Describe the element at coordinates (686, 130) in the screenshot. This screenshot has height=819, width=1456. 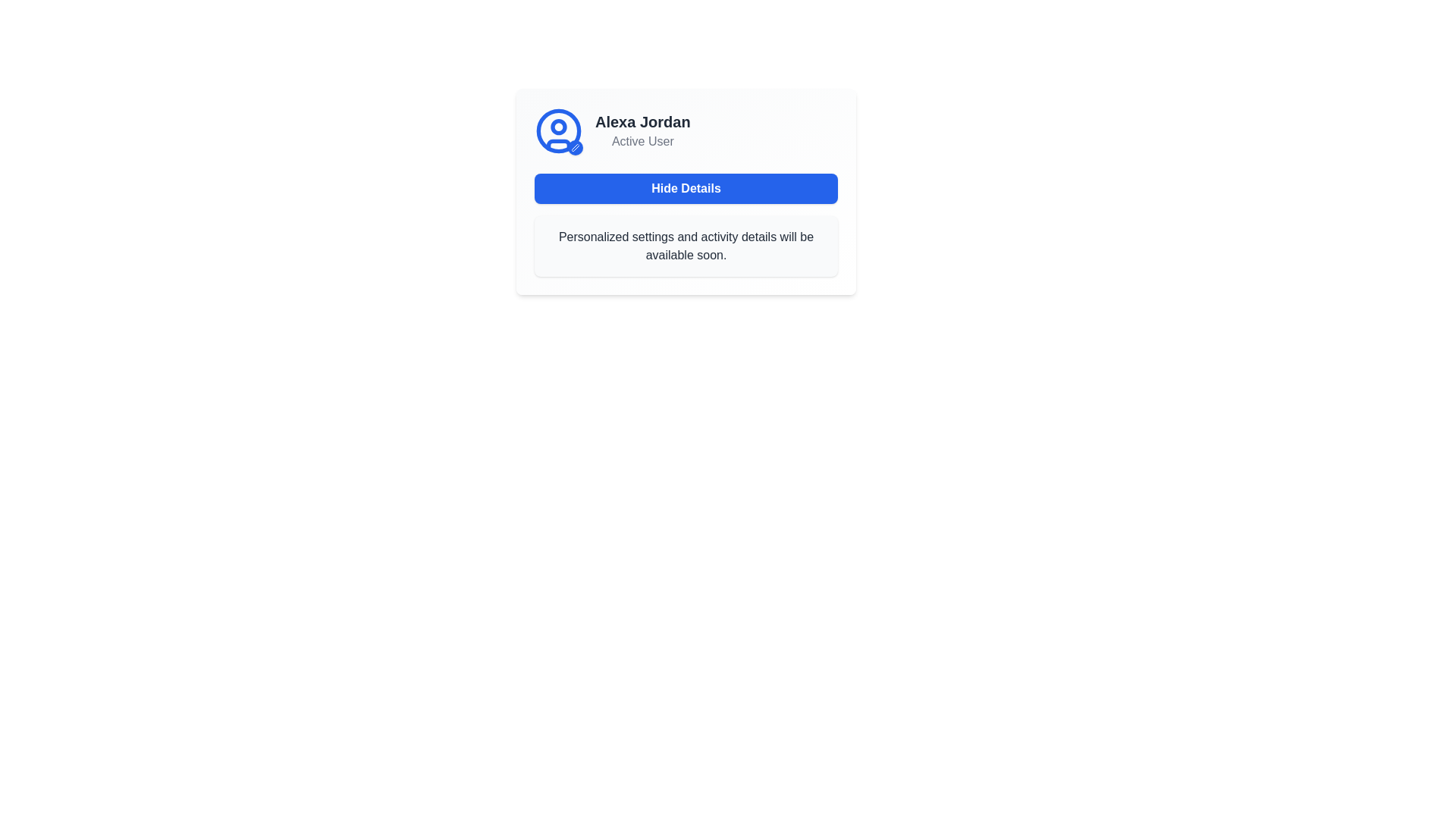
I see `the informational label or profile header that displays the user's name and status ('Active User') located at the top of the profile card` at that location.